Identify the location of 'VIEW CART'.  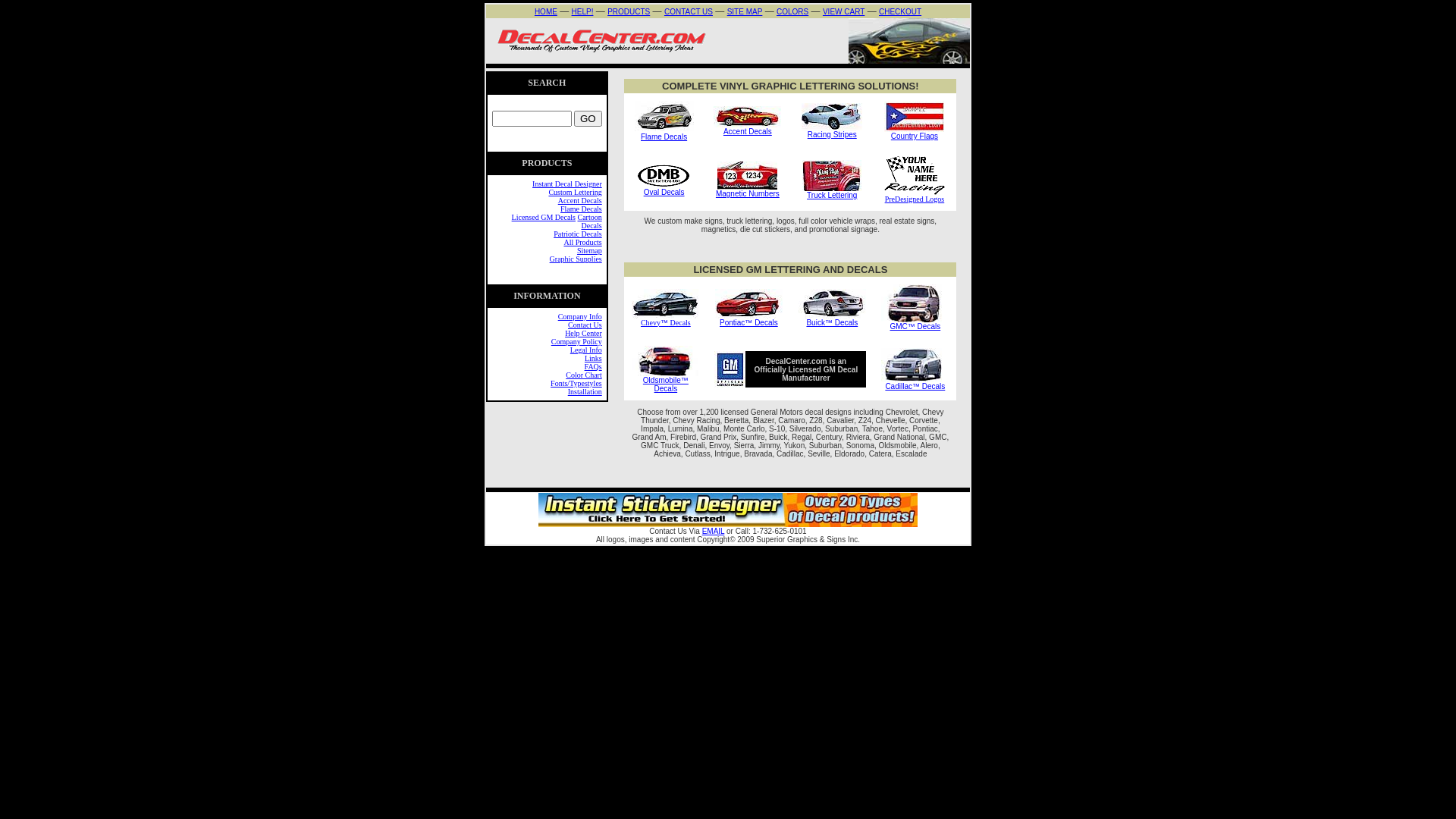
(843, 11).